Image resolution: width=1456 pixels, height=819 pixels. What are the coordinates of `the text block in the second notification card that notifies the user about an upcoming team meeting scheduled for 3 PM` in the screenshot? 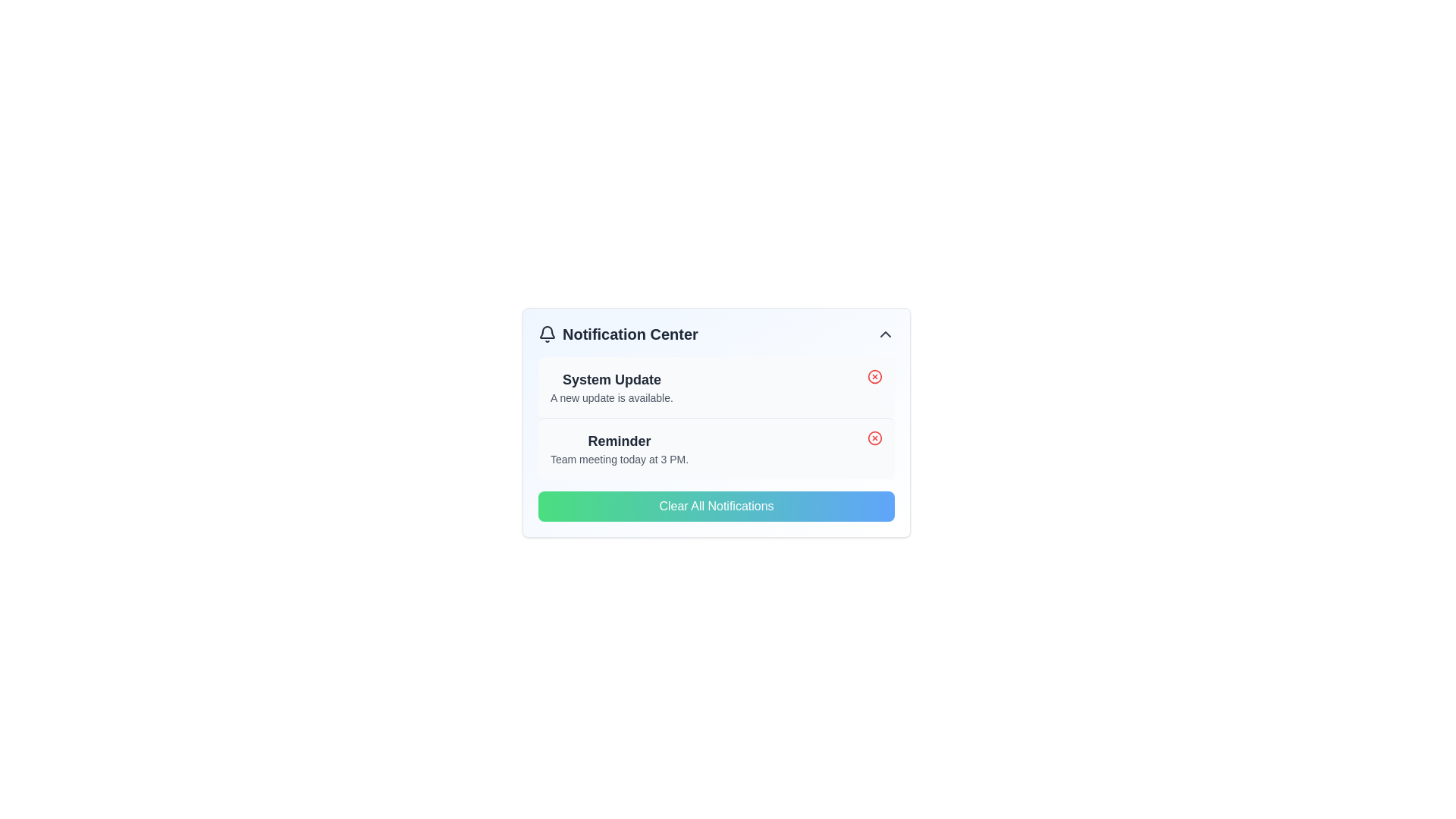 It's located at (619, 447).